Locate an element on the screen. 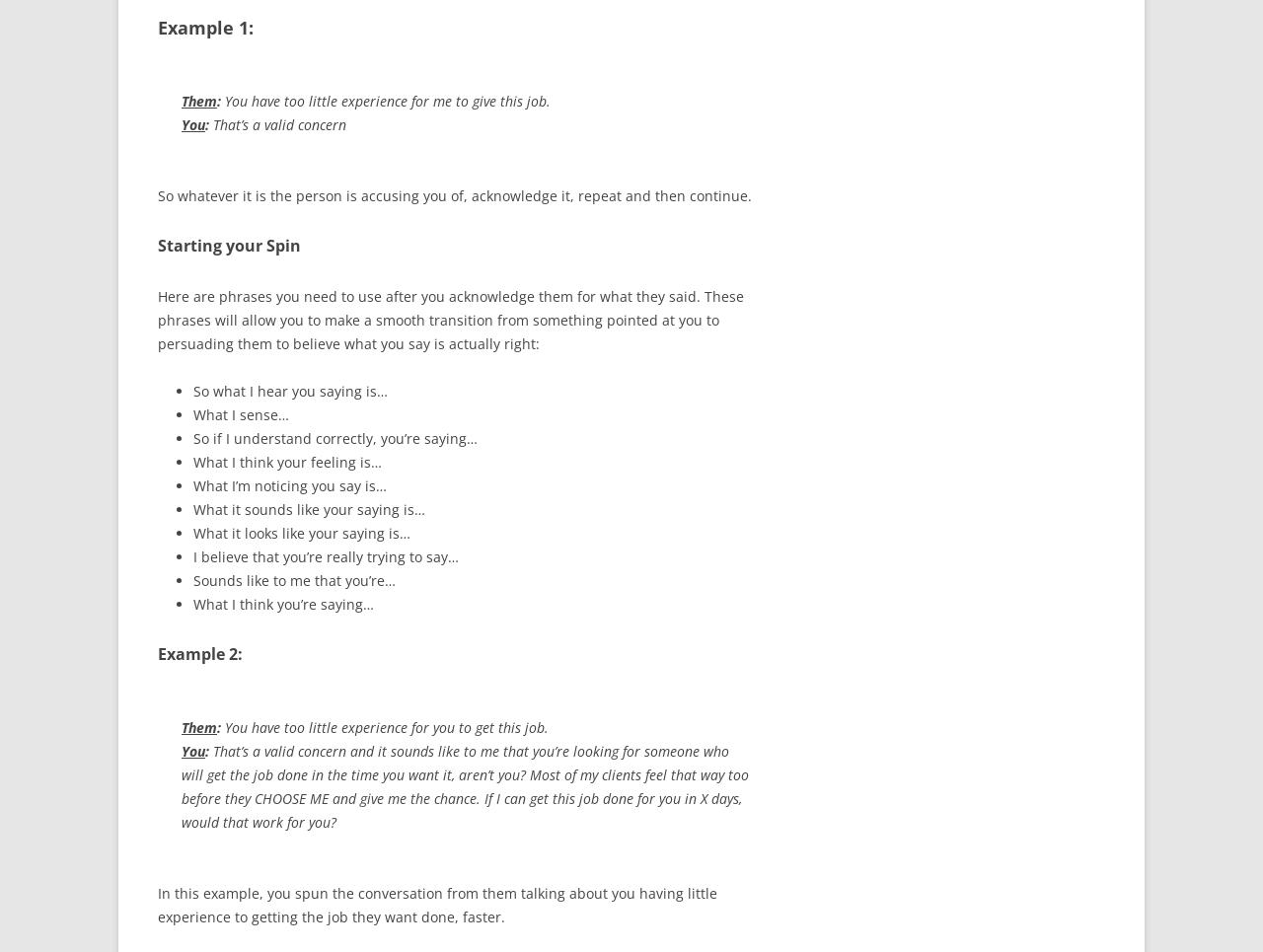  'That’s a valid concern and it sounds like to me that you’re looking for someone who will get the job done in the time you want it, aren’t you? Most of my clients feel that way too before they CHOOSE ME and give me the chance.  If I can get this job done for you in X days, would that work for you?' is located at coordinates (464, 786).